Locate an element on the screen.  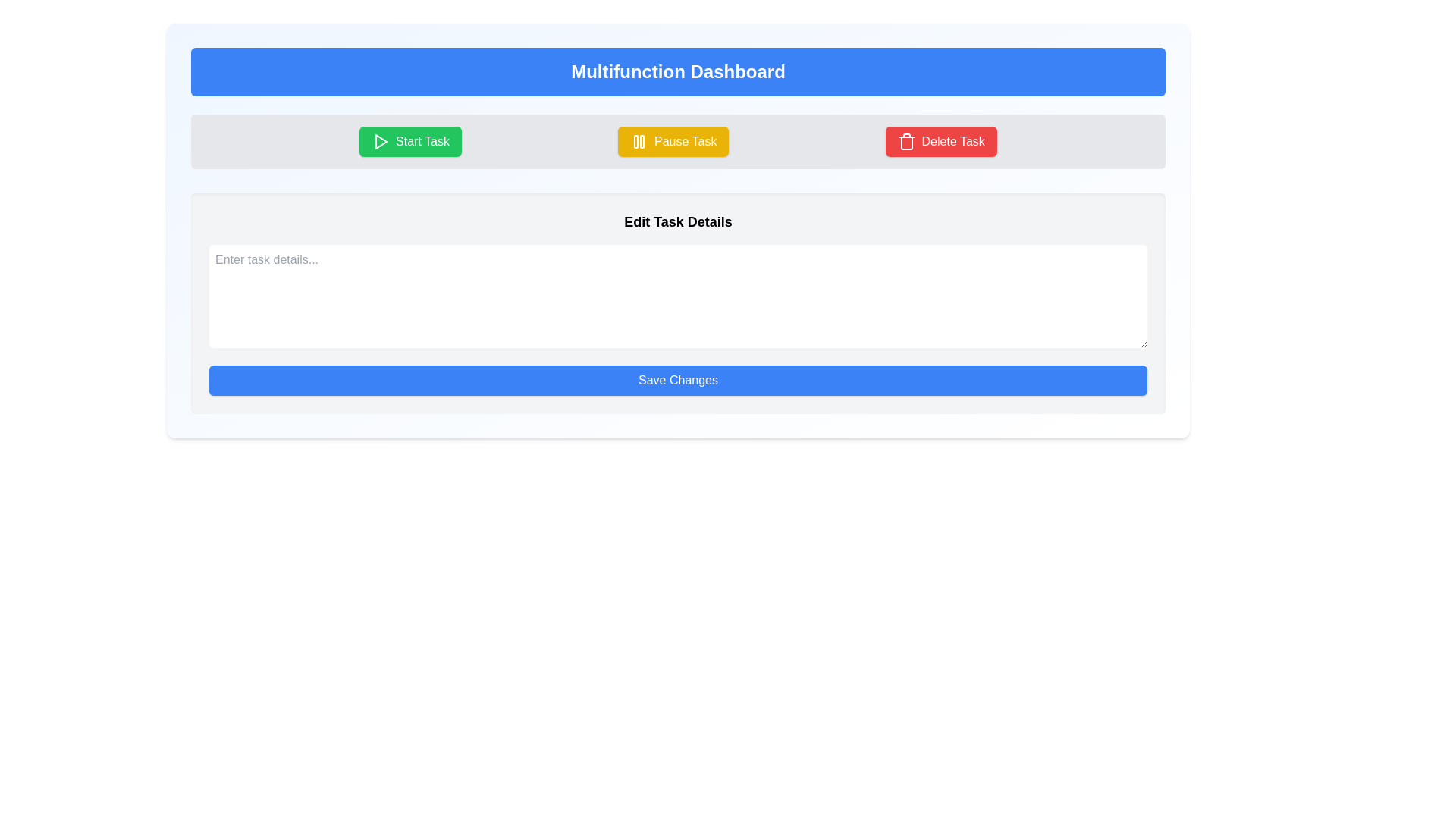
the vividly styled button with a red background and white text reading 'Delete Task' located on the rightmost side of the button row is located at coordinates (940, 141).